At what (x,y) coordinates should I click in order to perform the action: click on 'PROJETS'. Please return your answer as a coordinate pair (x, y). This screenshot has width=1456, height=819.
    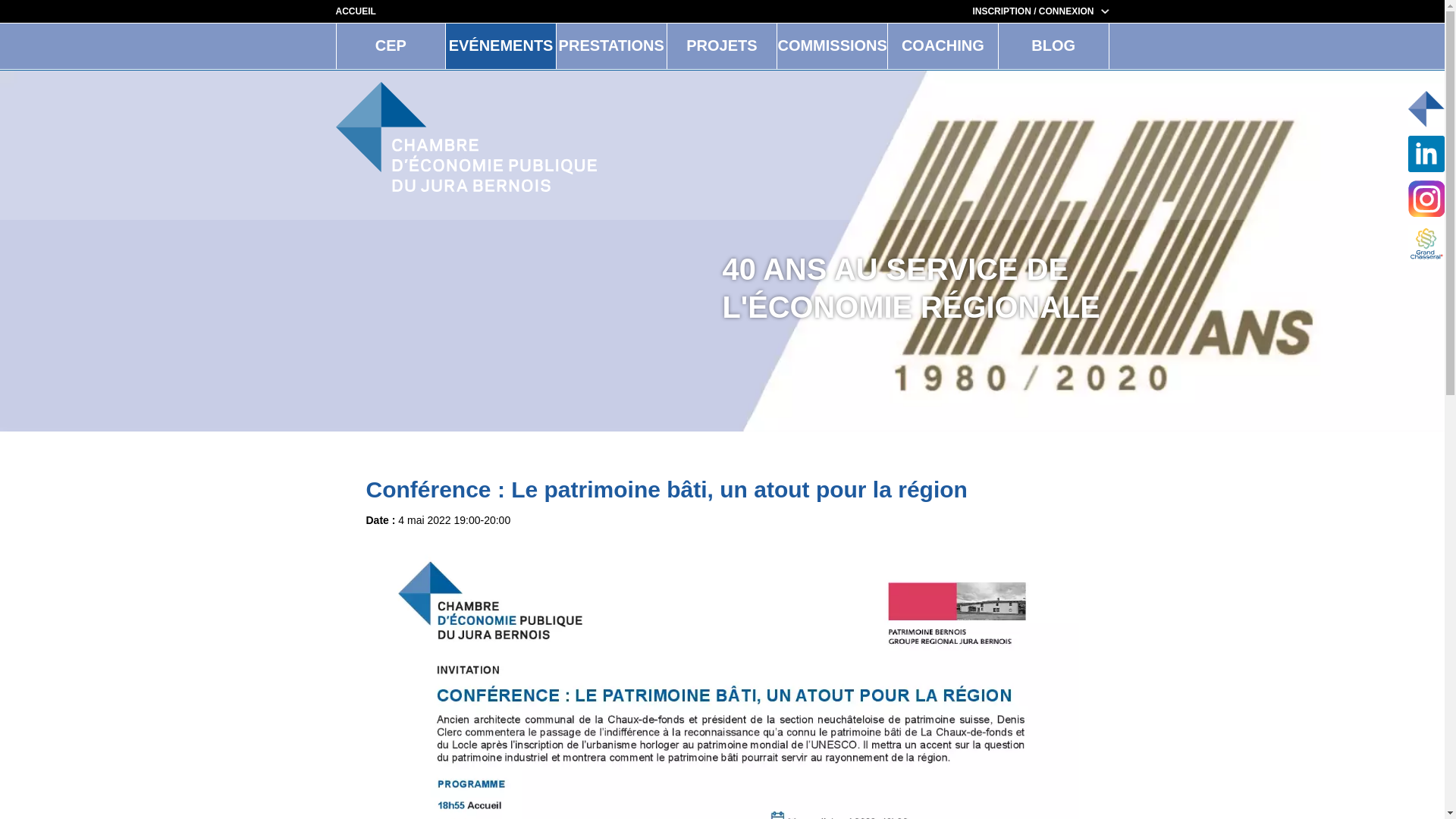
    Looking at the image, I should click on (721, 45).